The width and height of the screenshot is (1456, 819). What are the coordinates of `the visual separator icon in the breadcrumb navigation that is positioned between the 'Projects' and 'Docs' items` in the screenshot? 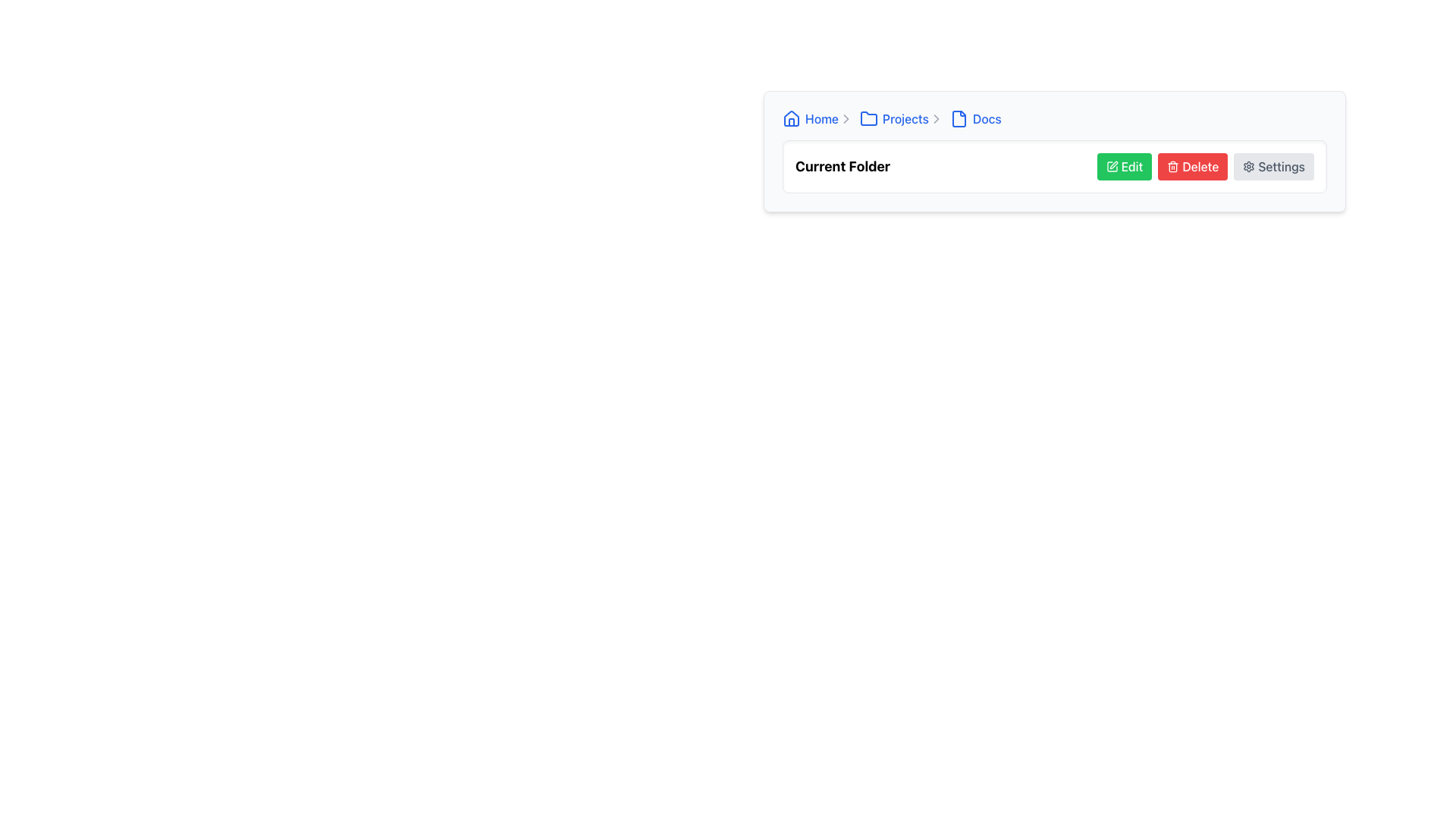 It's located at (935, 118).